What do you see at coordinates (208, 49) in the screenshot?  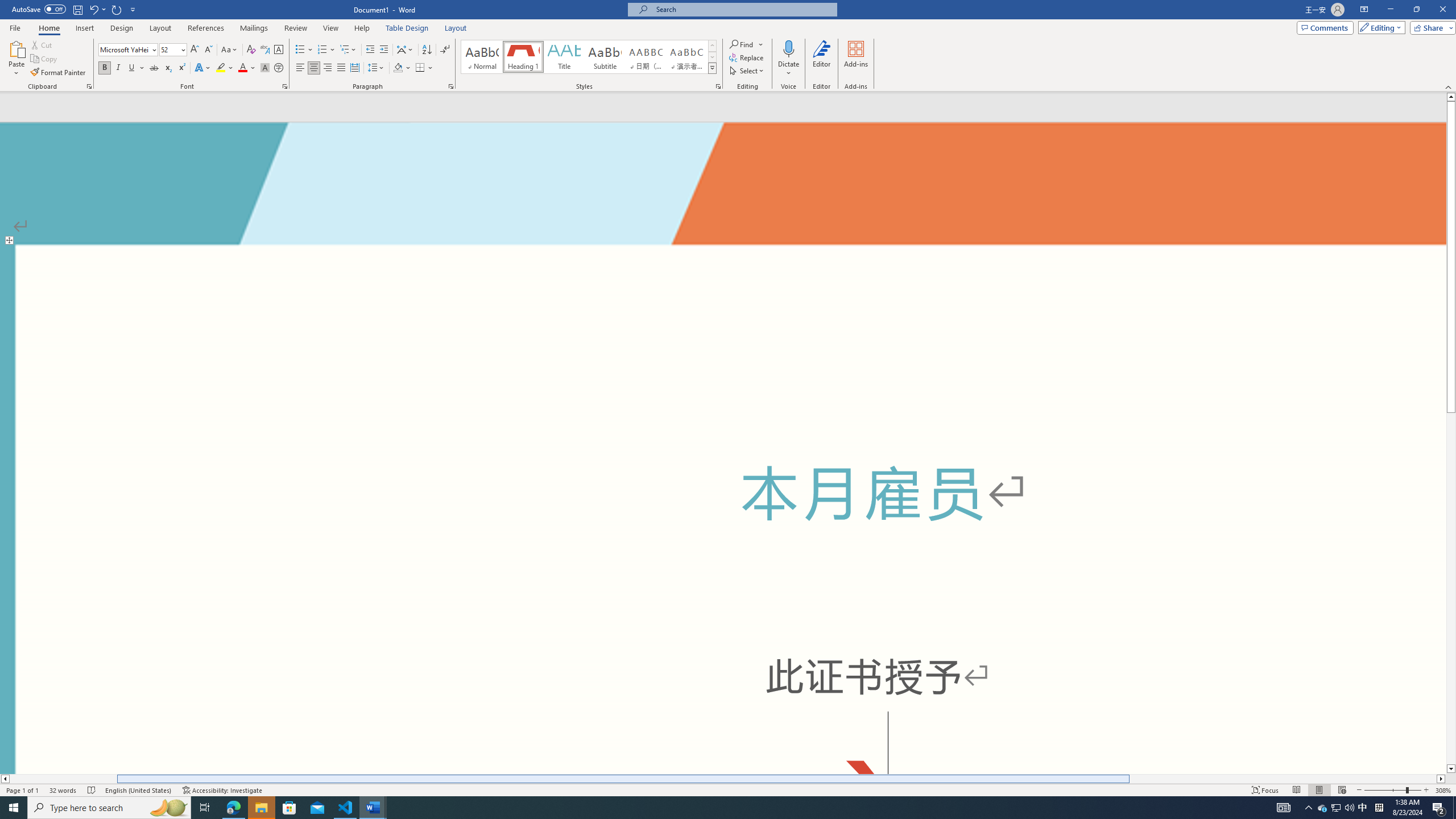 I see `'Shrink Font'` at bounding box center [208, 49].